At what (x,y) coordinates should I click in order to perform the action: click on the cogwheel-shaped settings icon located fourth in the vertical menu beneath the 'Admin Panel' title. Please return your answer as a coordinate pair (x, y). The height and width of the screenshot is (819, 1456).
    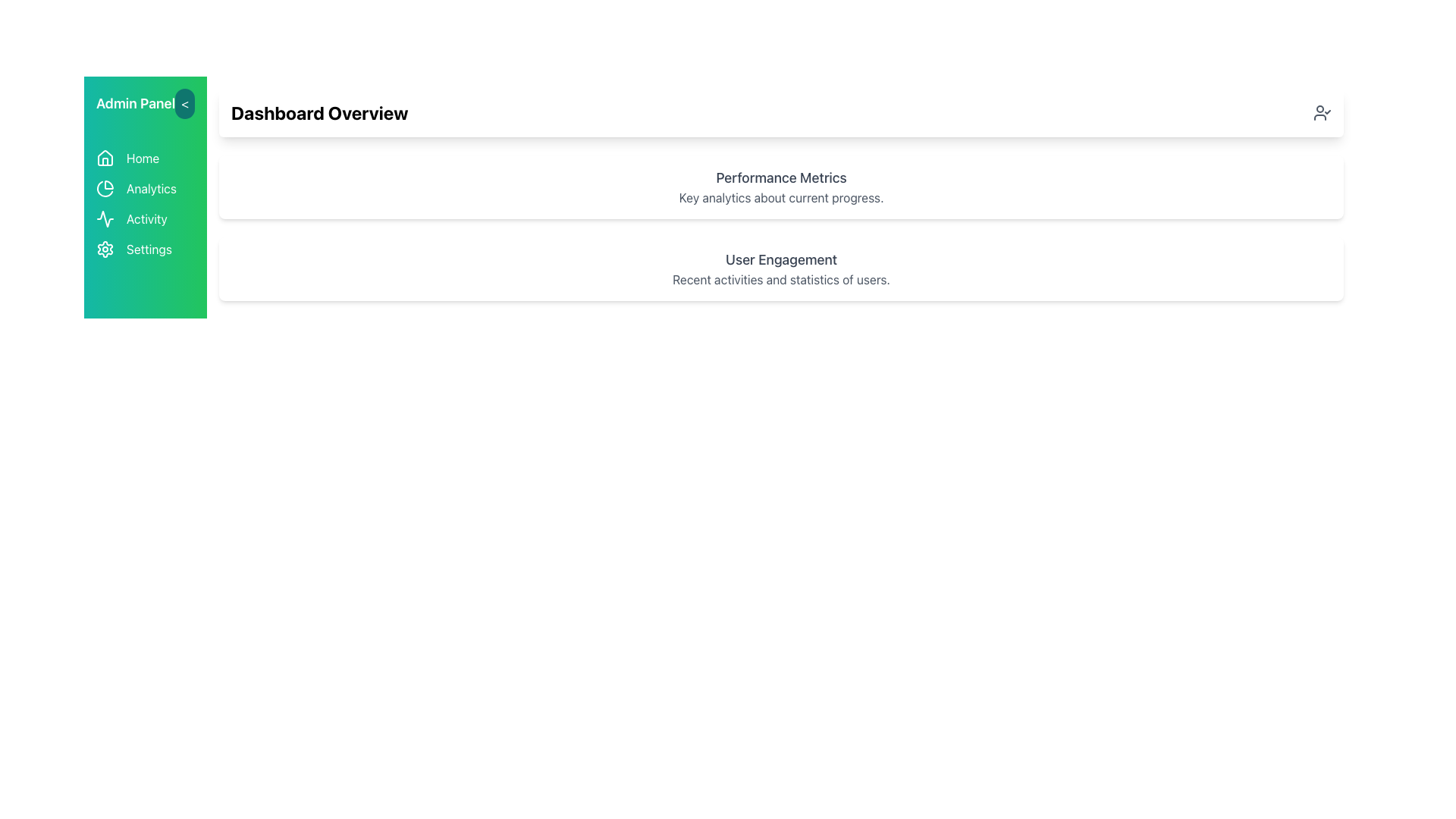
    Looking at the image, I should click on (105, 248).